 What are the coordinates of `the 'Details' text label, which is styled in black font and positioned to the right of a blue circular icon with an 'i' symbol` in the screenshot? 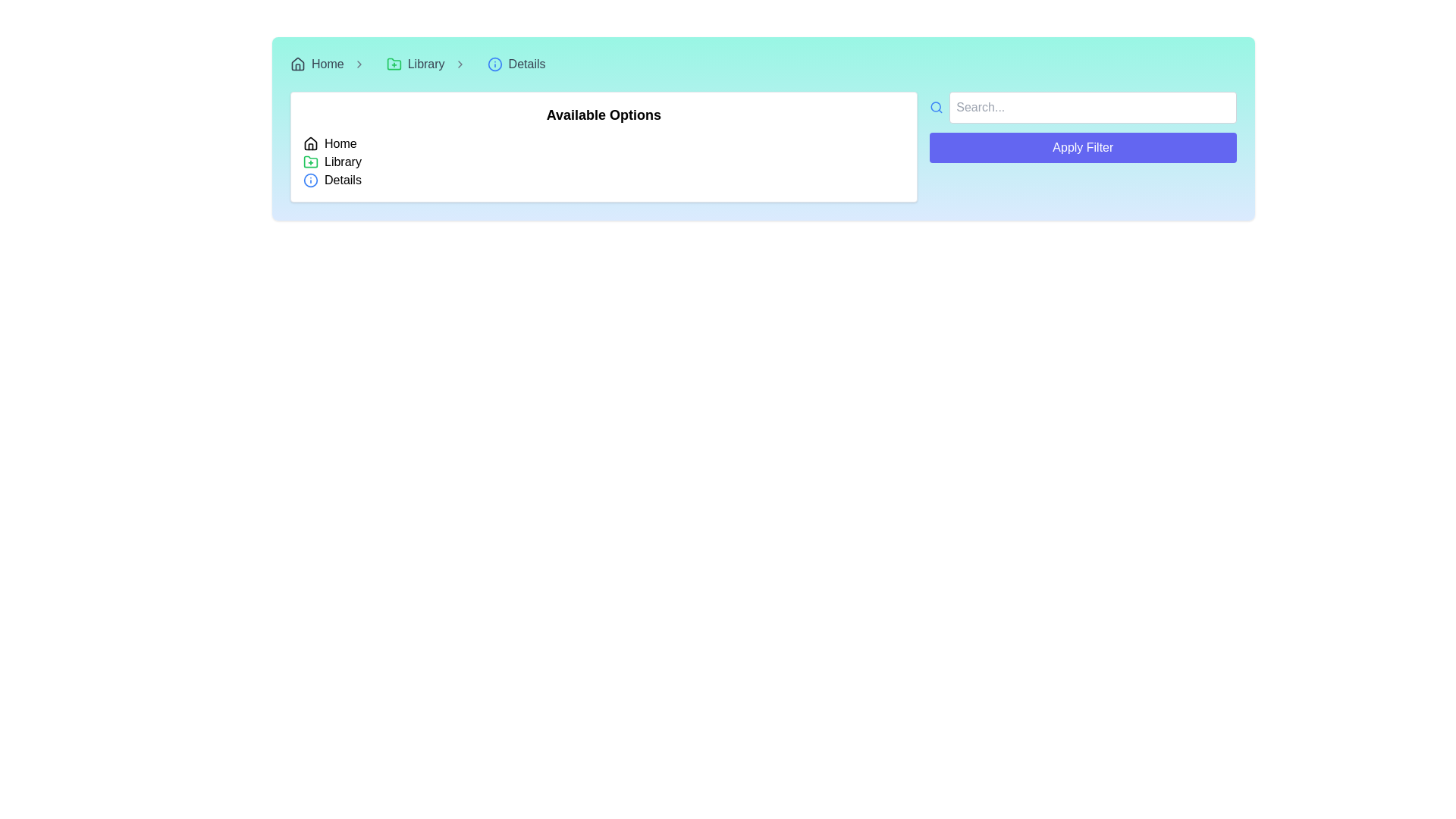 It's located at (342, 180).